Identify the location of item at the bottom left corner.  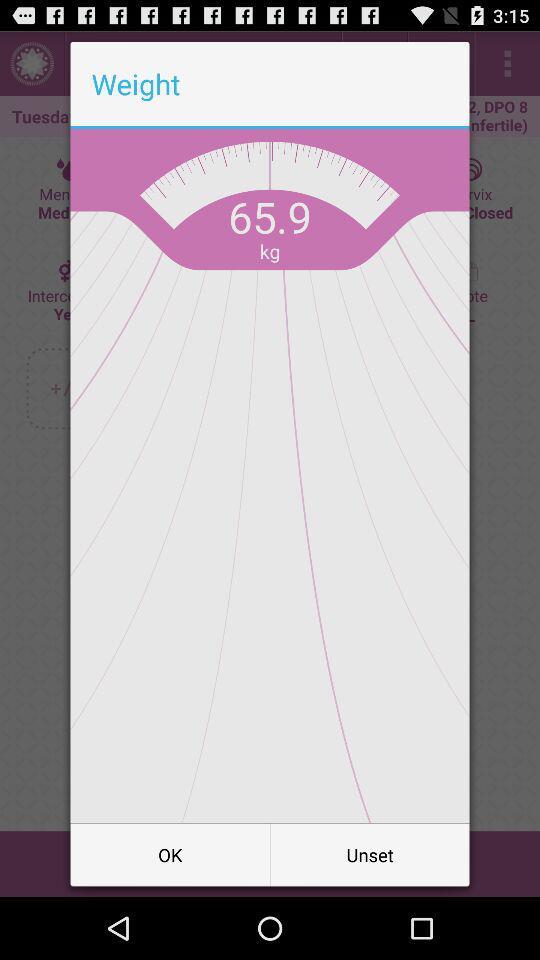
(170, 853).